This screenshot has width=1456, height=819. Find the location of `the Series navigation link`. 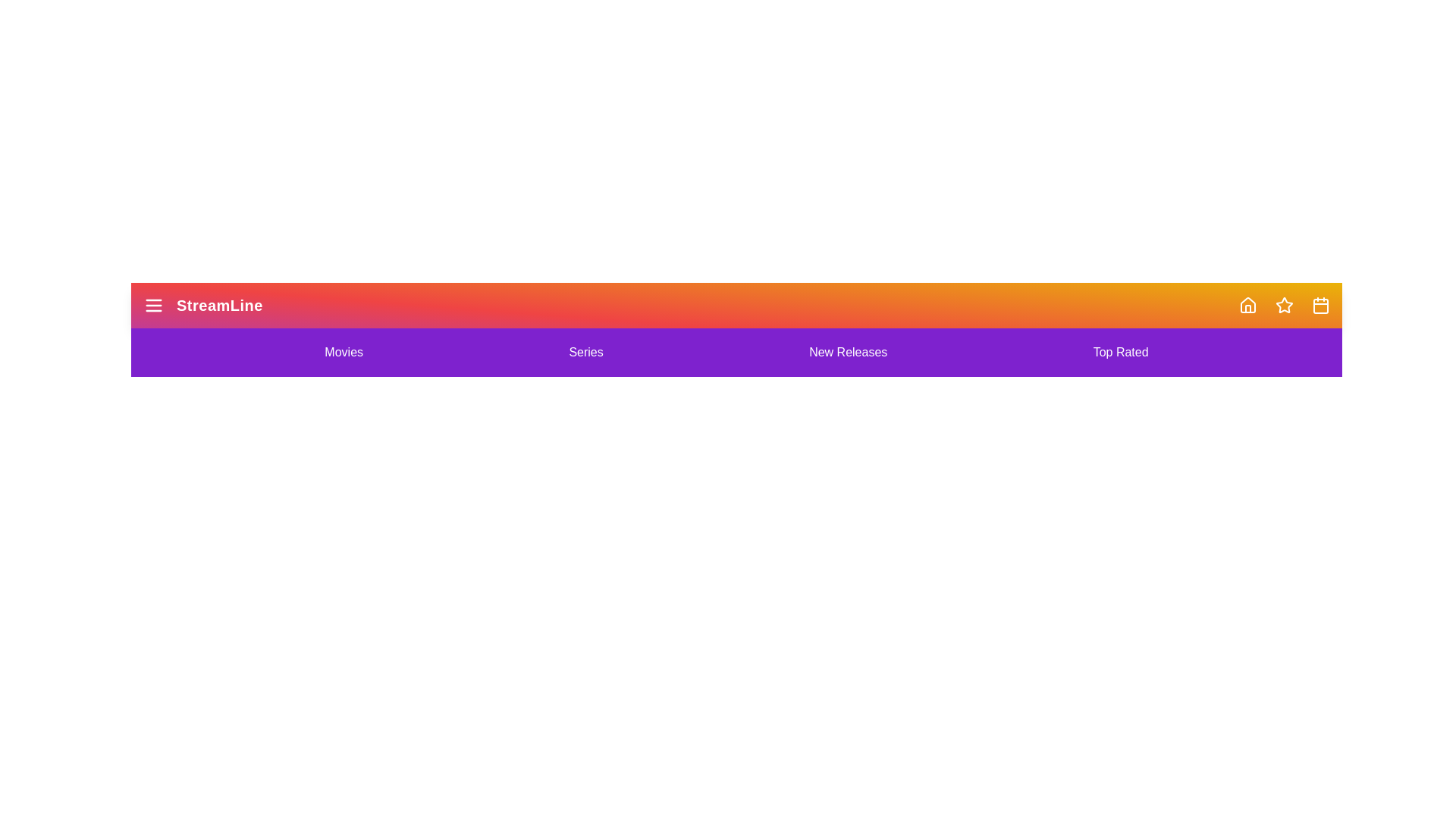

the Series navigation link is located at coordinates (585, 353).